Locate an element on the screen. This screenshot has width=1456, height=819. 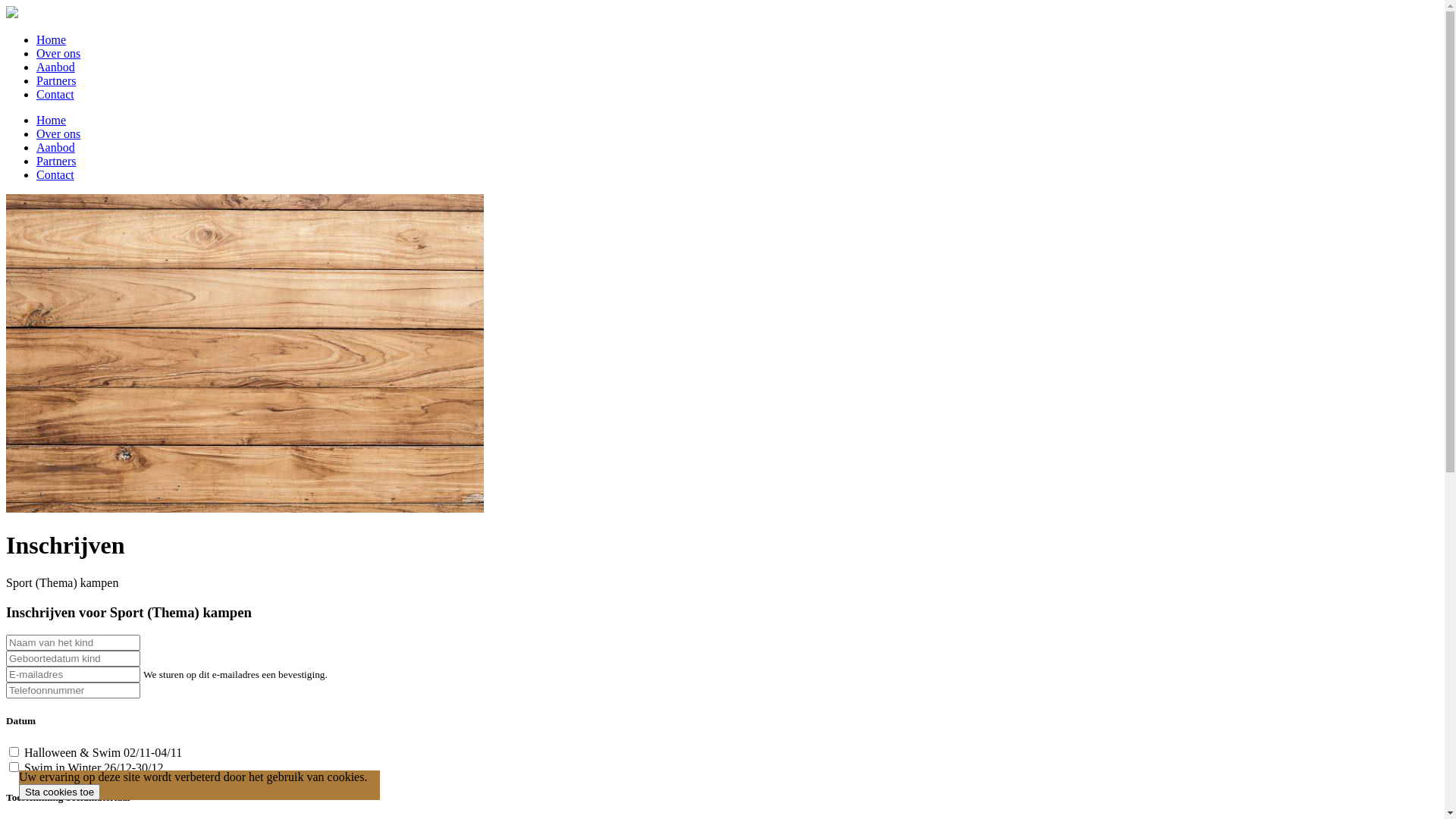
'Contact' is located at coordinates (55, 94).